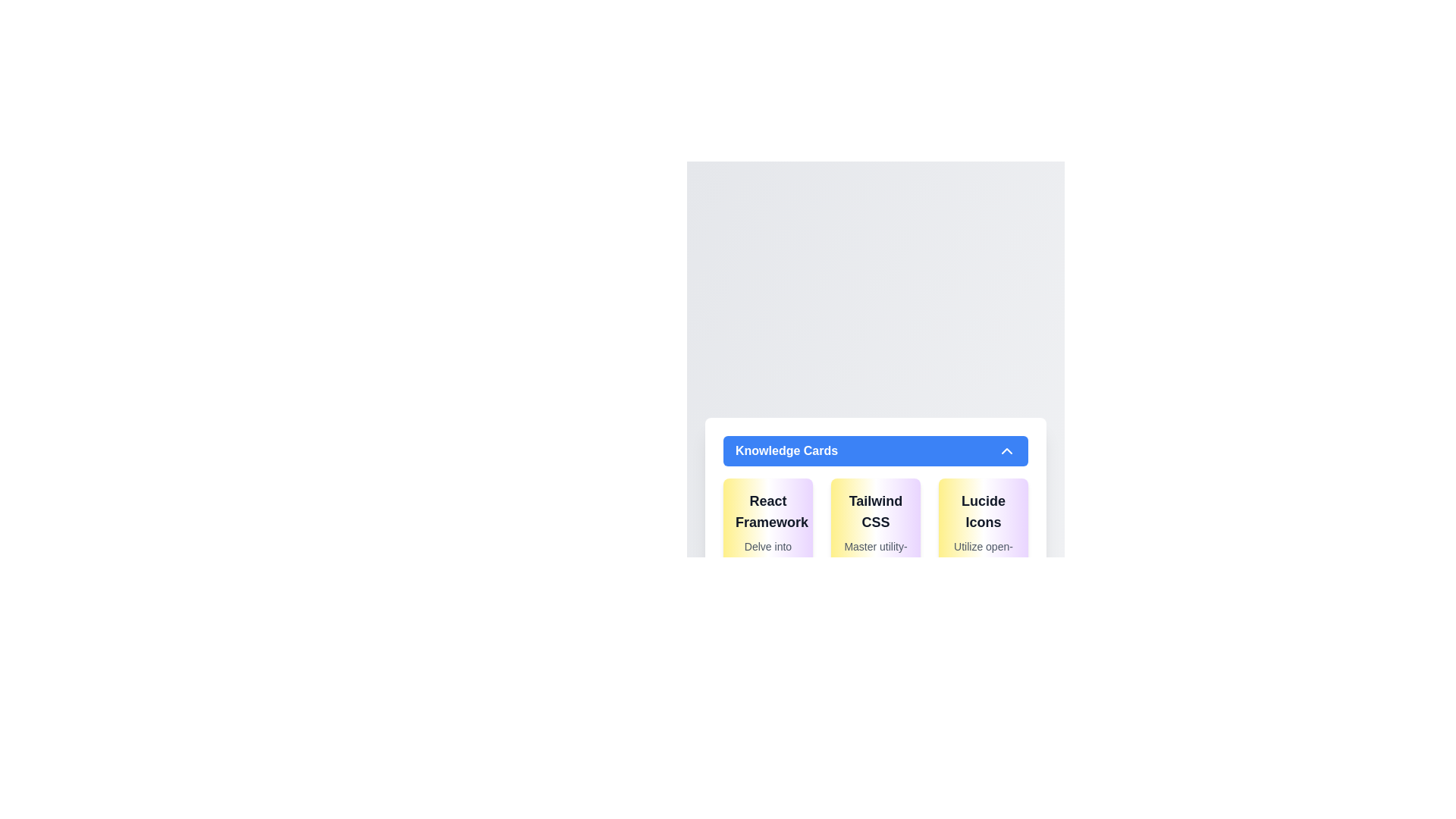 This screenshot has height=819, width=1456. What do you see at coordinates (1007, 450) in the screenshot?
I see `the Chevron-Up icon located on the right-hand side of the blue header banner labeled 'Knowledge Cards'` at bounding box center [1007, 450].